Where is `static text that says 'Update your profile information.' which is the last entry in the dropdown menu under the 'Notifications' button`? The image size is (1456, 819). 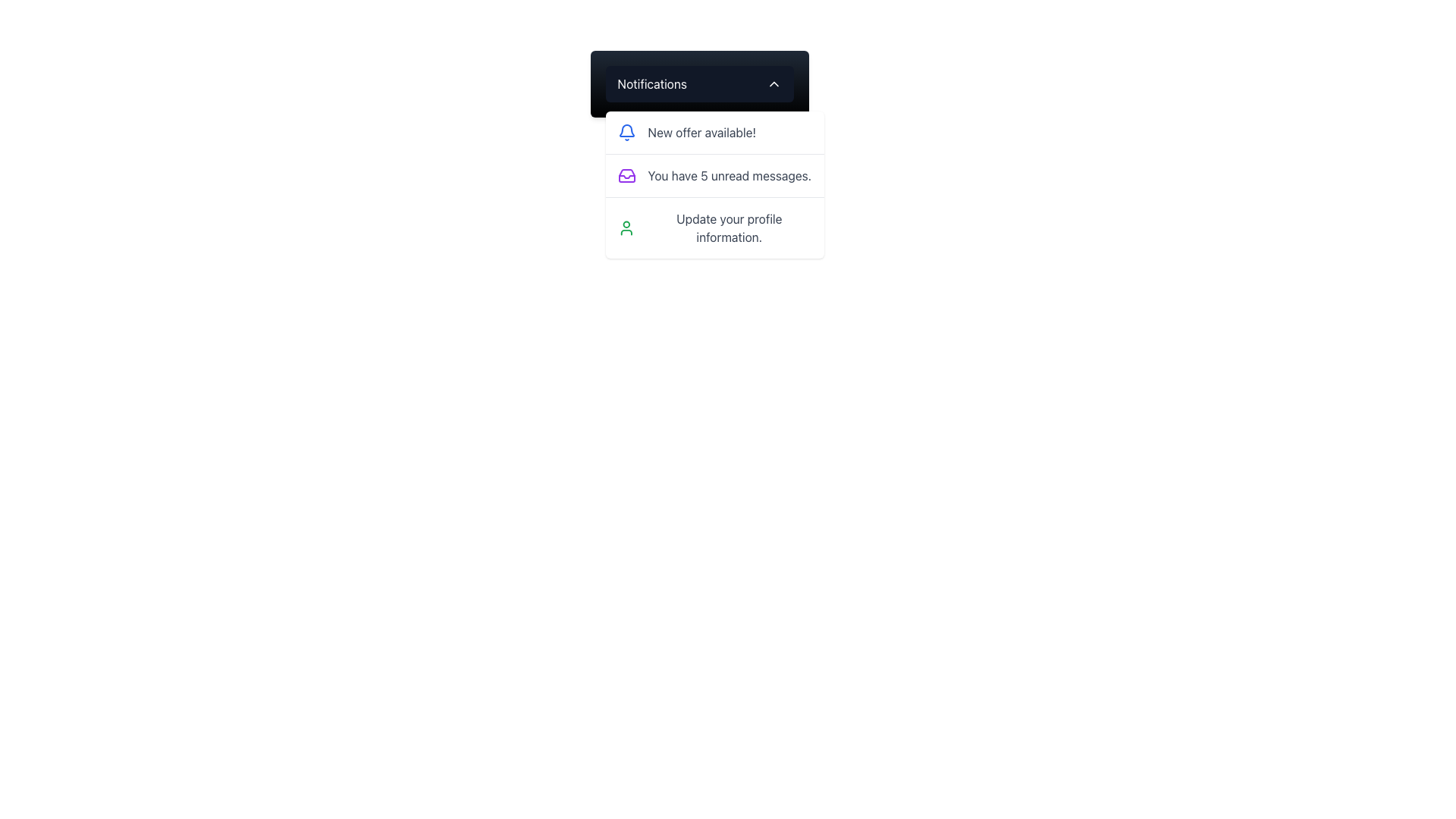
static text that says 'Update your profile information.' which is the last entry in the dropdown menu under the 'Notifications' button is located at coordinates (729, 227).